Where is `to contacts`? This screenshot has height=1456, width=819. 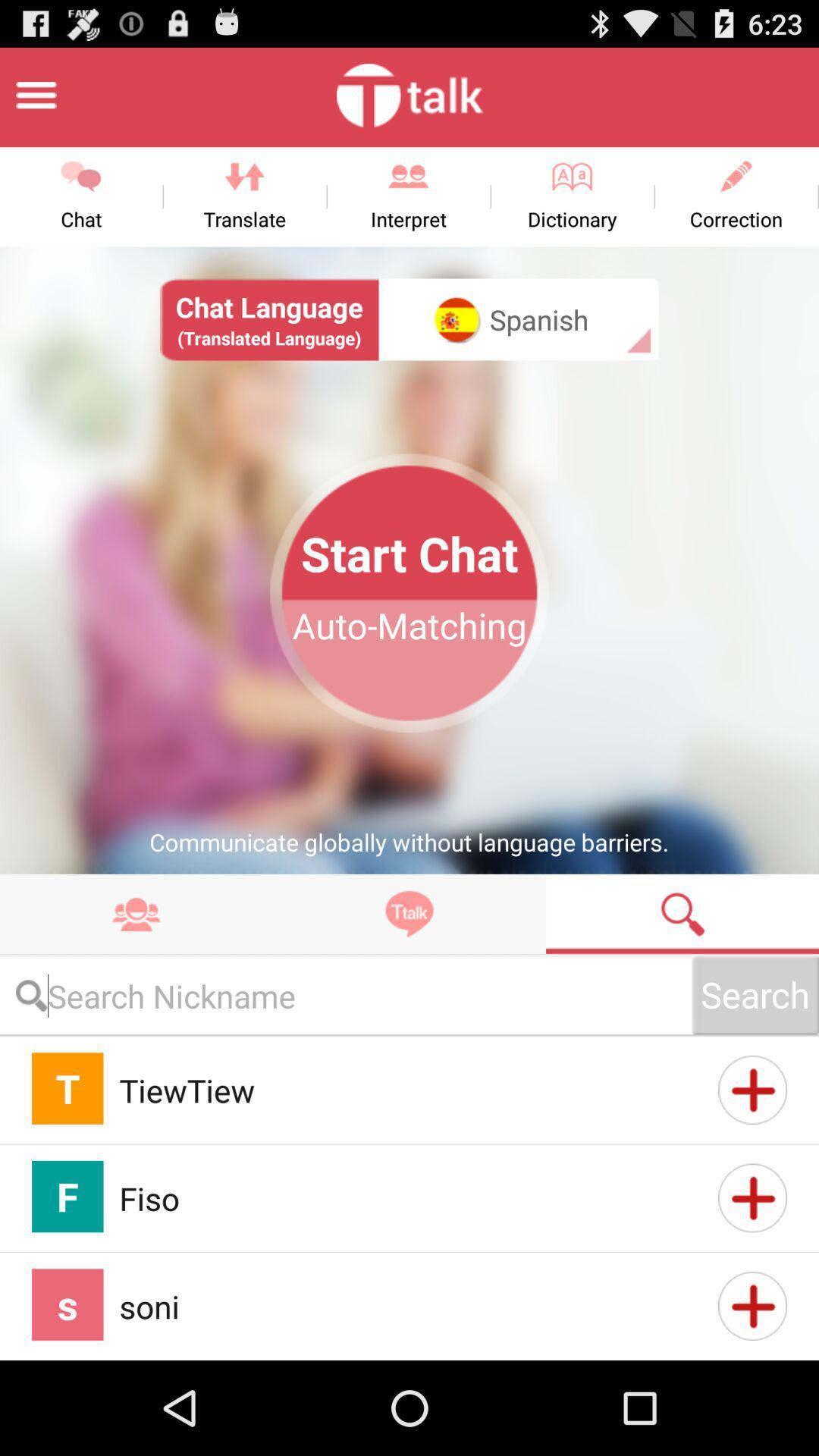 to contacts is located at coordinates (752, 1305).